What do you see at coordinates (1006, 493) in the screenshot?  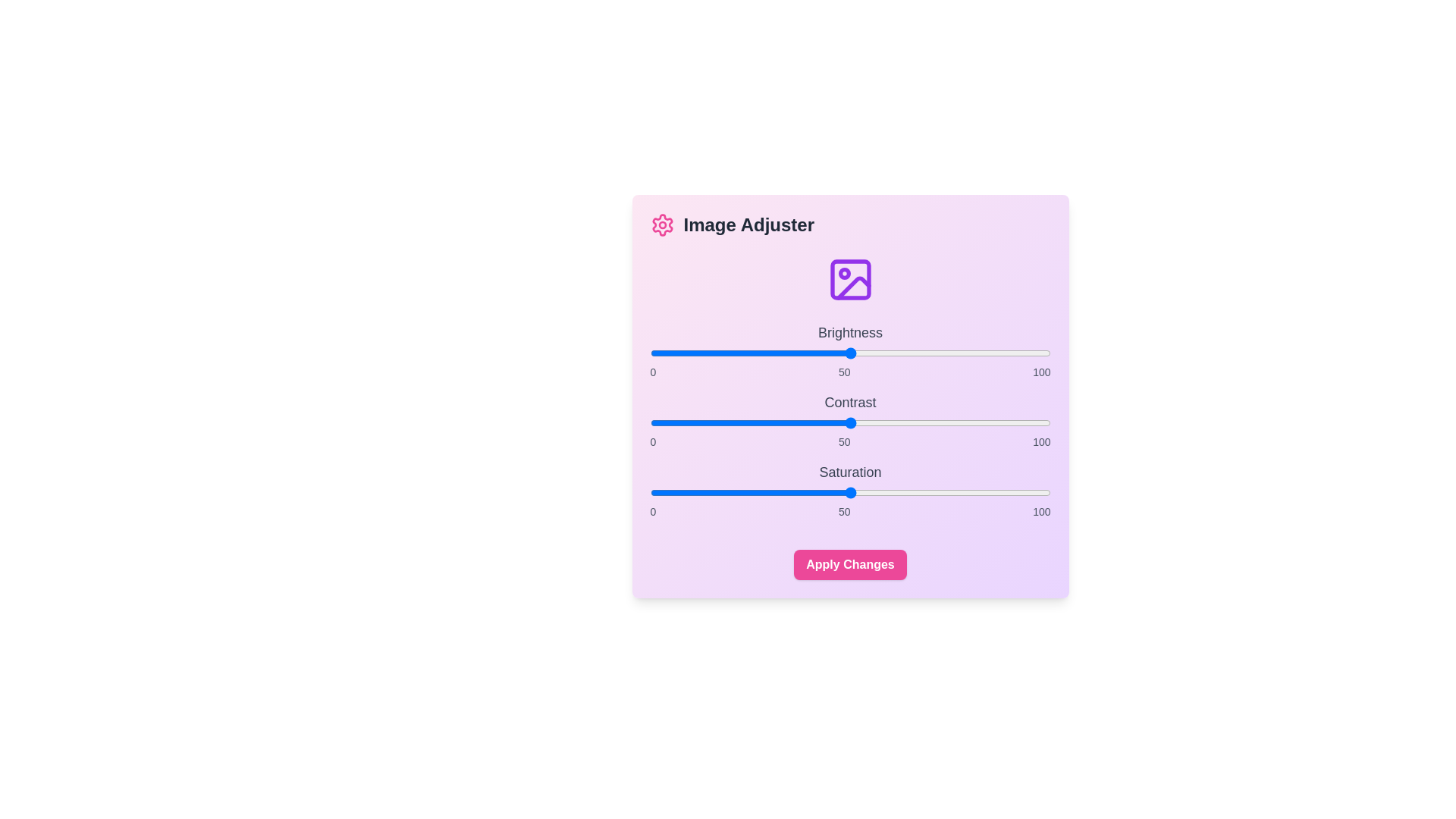 I see `the saturation slider to set the value to 89` at bounding box center [1006, 493].